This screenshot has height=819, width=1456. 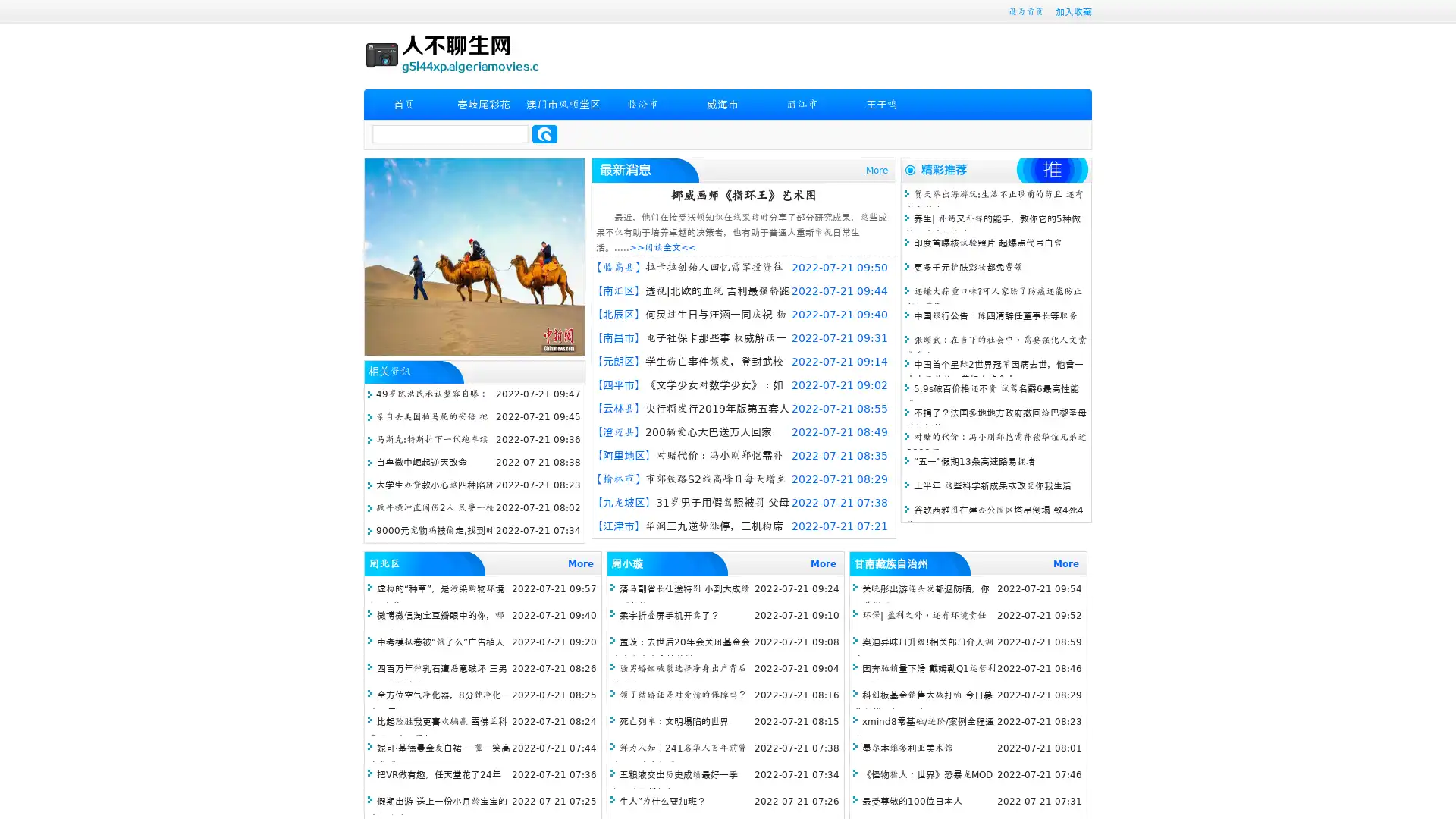 What do you see at coordinates (544, 133) in the screenshot?
I see `Search` at bounding box center [544, 133].